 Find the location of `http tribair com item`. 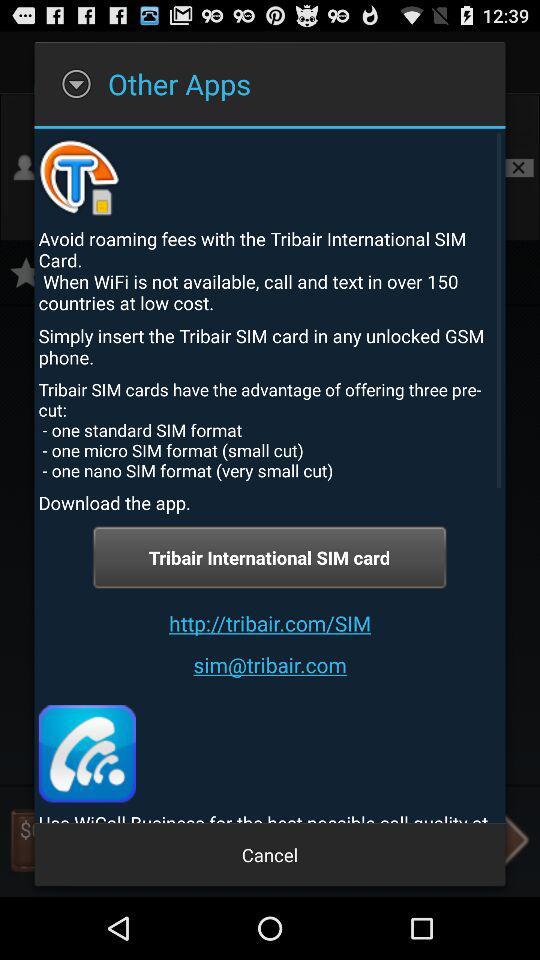

http tribair com item is located at coordinates (270, 622).